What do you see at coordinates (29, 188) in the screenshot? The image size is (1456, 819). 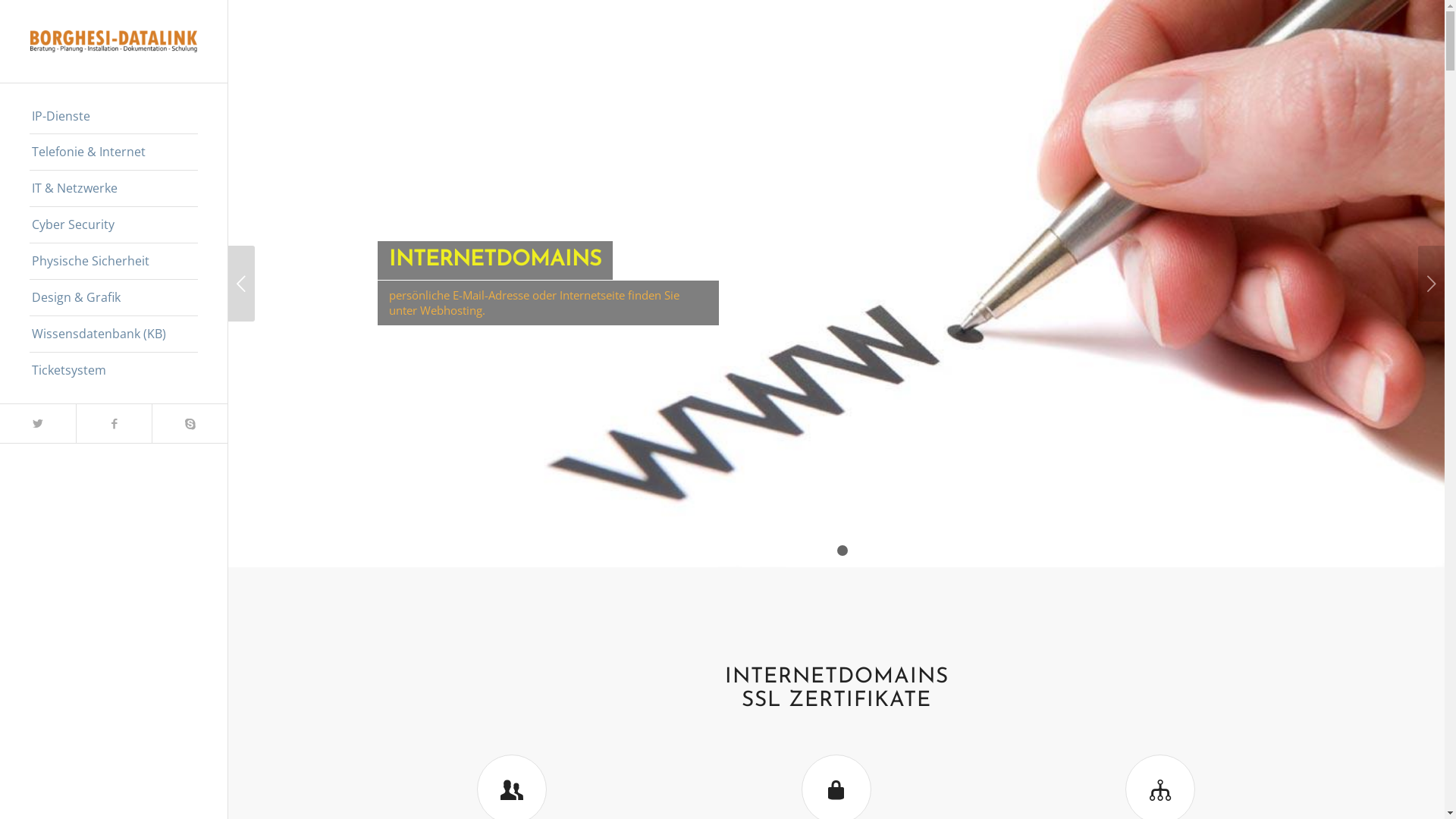 I see `'IT & Netzwerke'` at bounding box center [29, 188].